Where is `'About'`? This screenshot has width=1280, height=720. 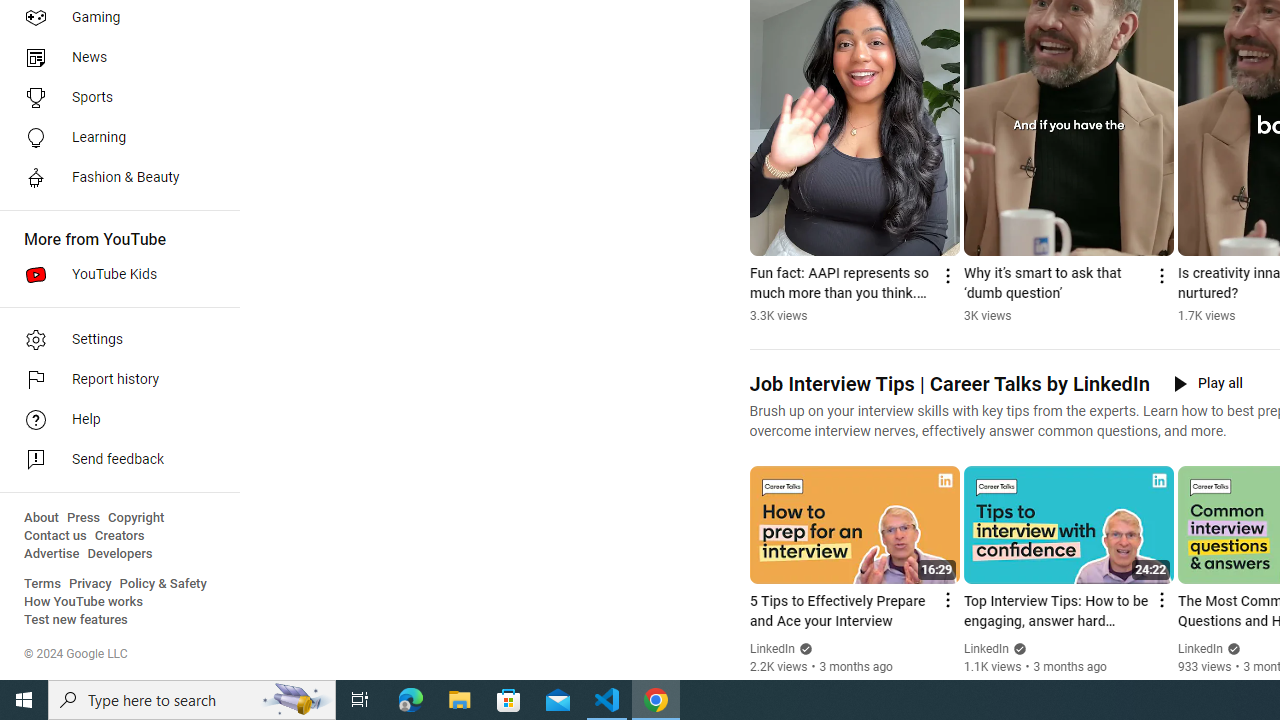 'About' is located at coordinates (41, 517).